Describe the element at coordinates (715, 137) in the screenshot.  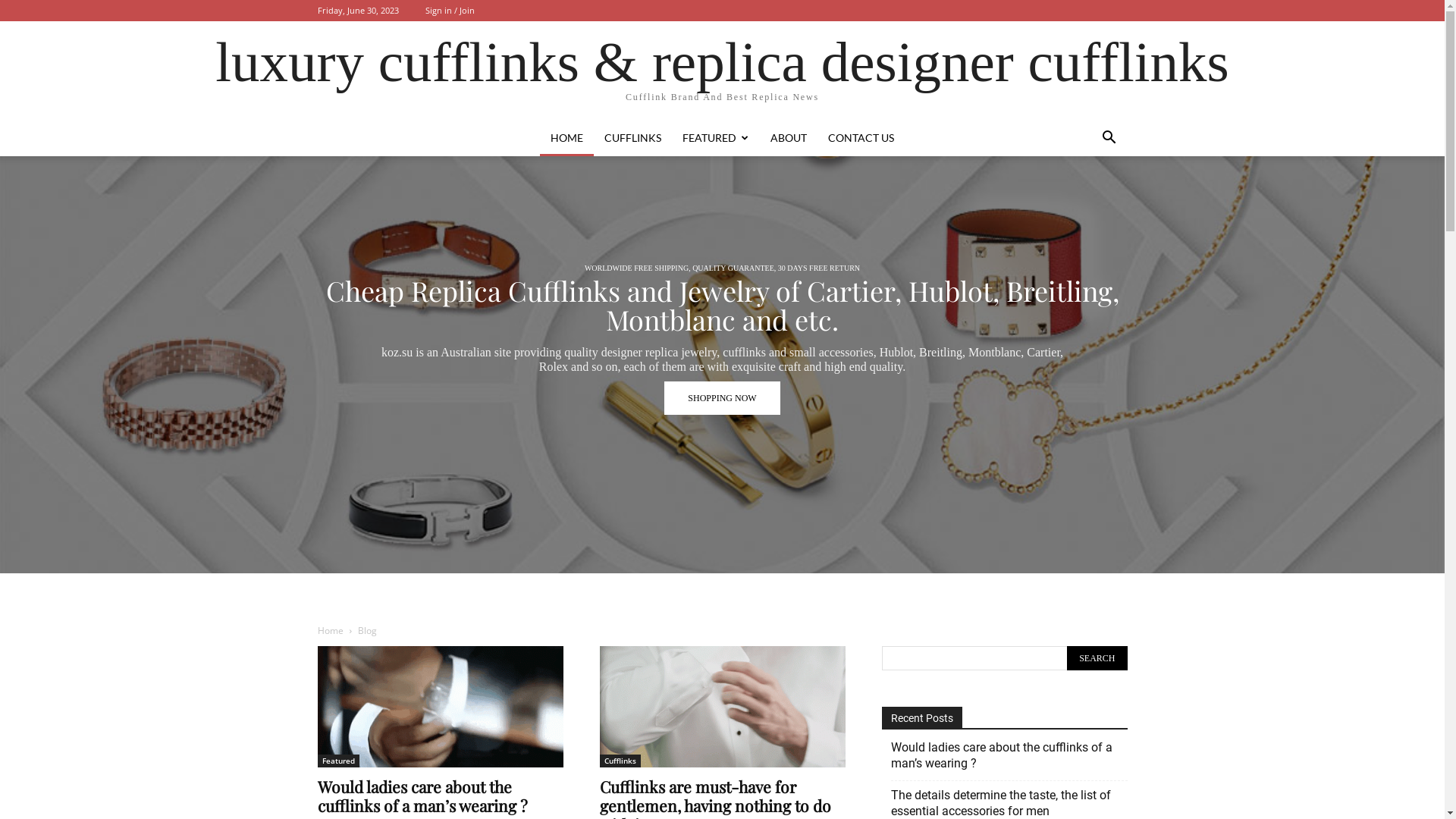
I see `'FEATURED'` at that location.